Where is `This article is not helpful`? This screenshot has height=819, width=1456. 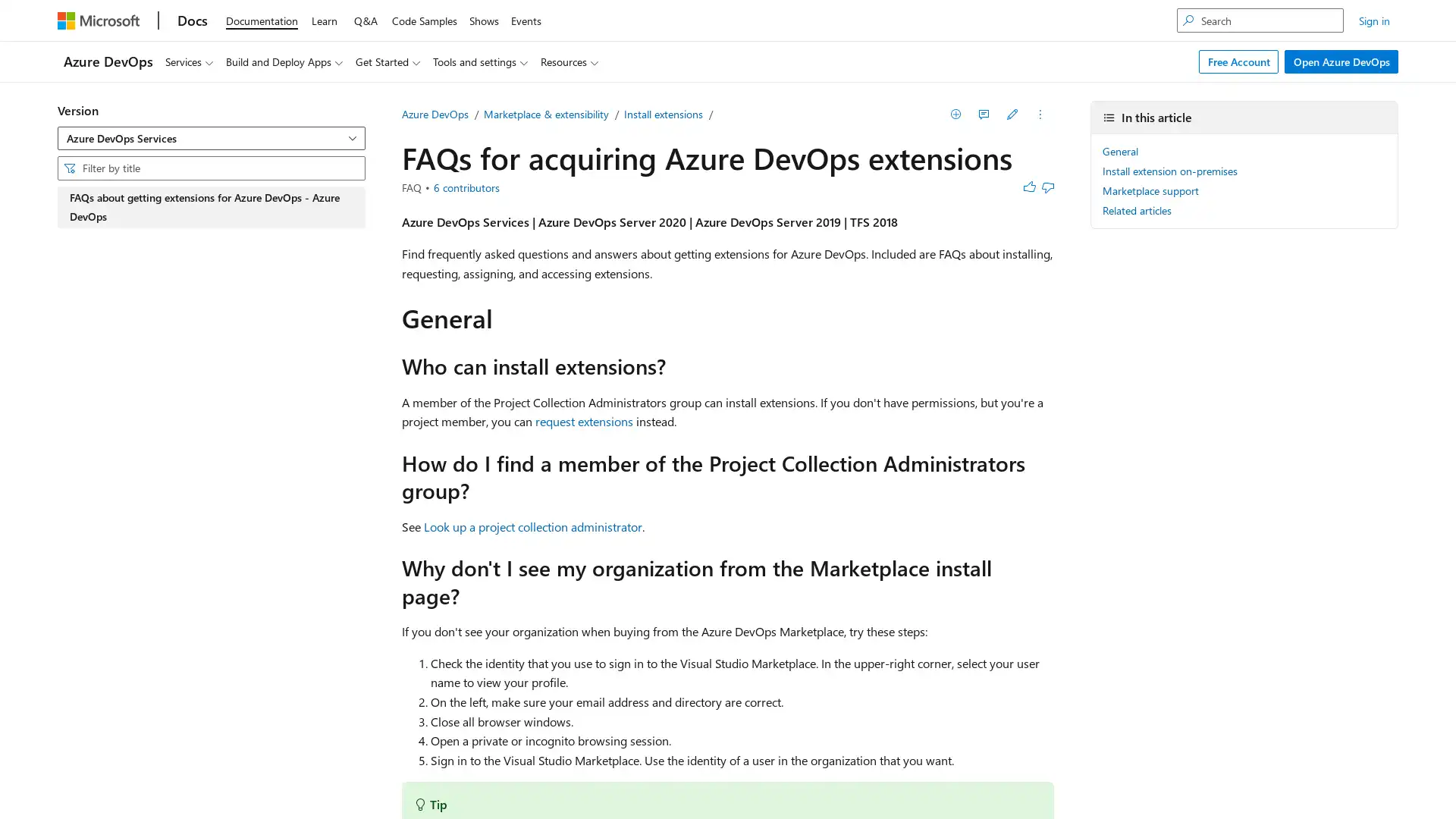
This article is not helpful is located at coordinates (1047, 186).